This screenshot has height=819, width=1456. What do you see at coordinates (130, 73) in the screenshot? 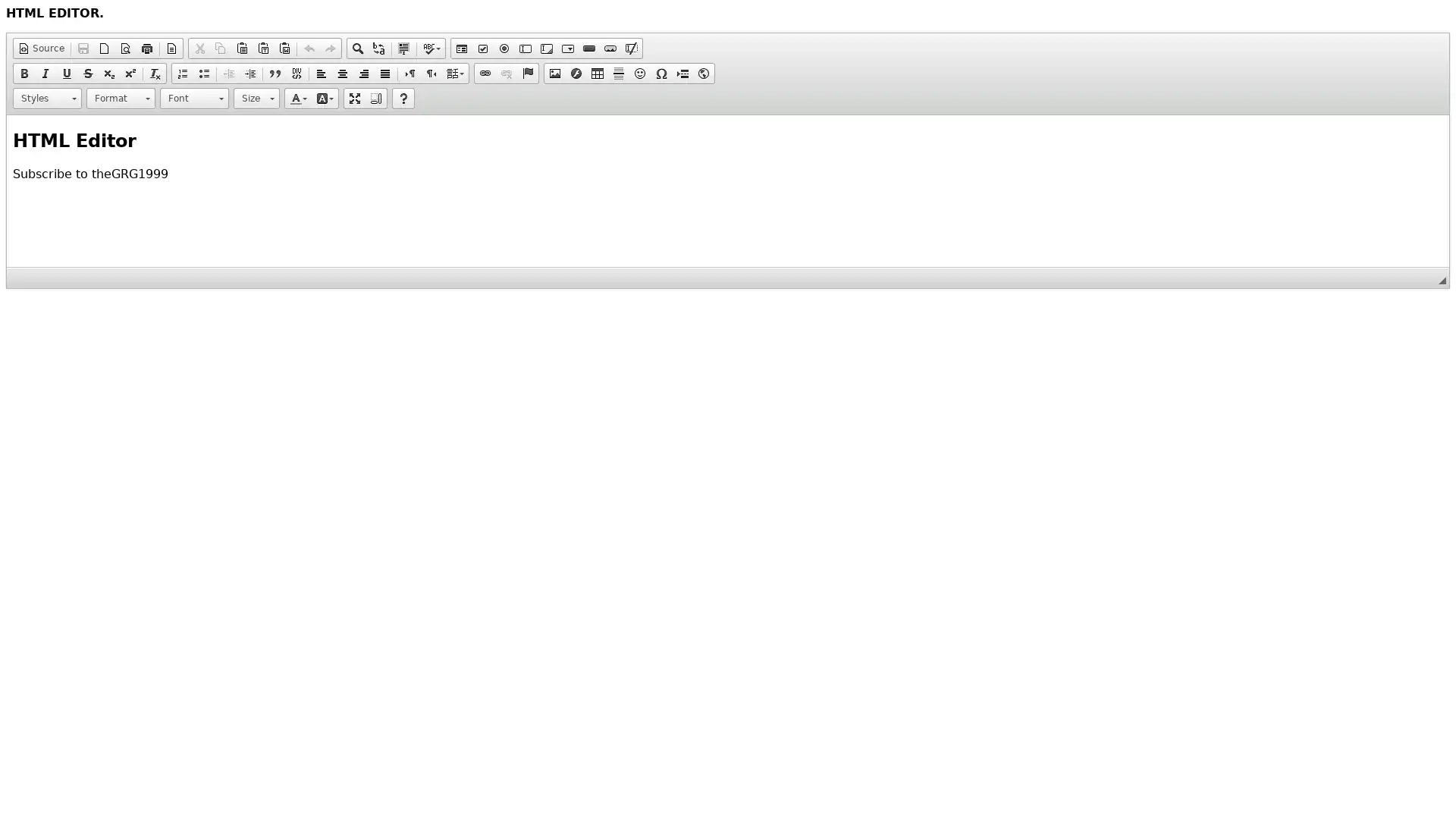
I see `Superscript` at bounding box center [130, 73].